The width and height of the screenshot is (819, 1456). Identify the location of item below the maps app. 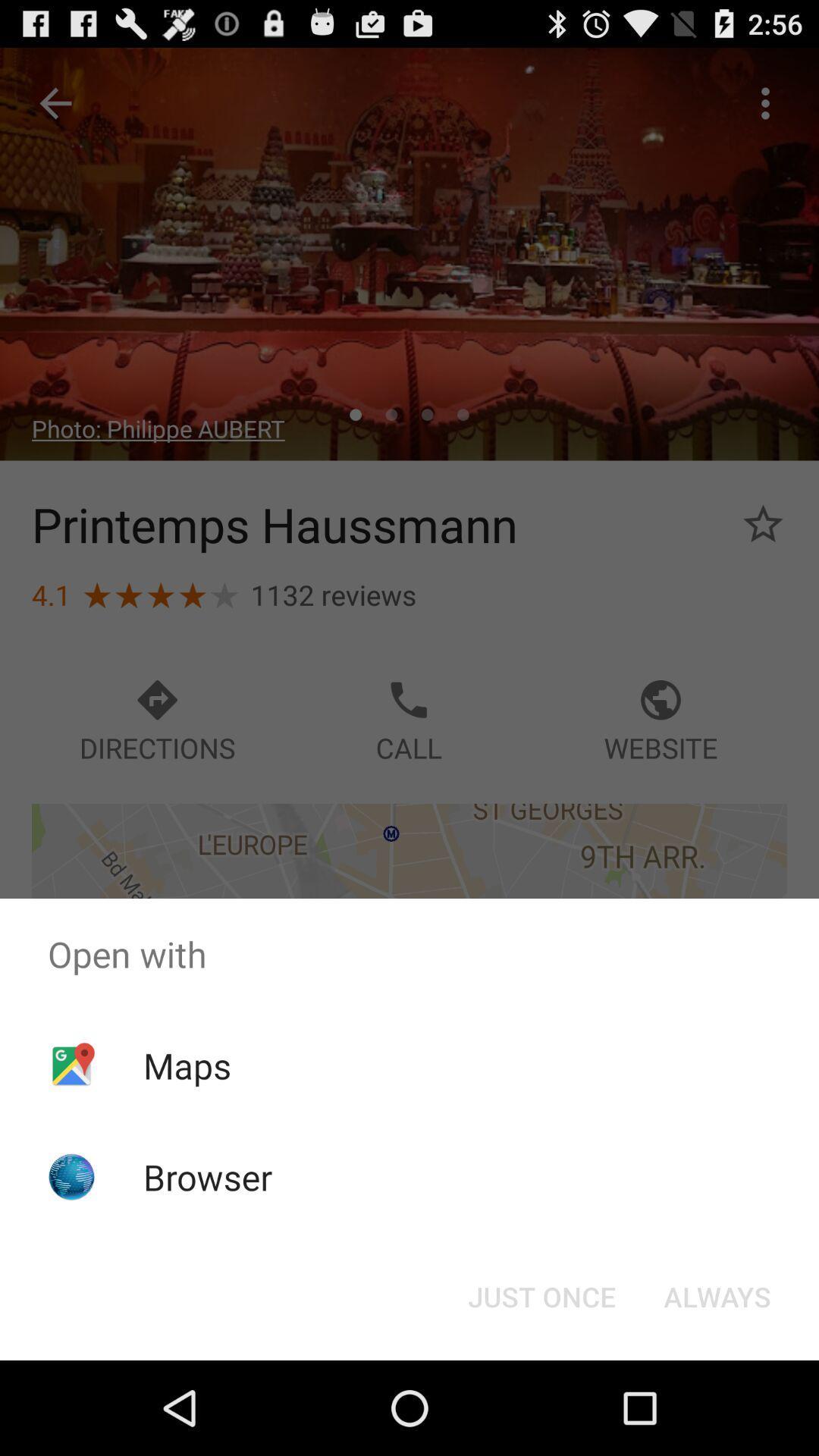
(208, 1176).